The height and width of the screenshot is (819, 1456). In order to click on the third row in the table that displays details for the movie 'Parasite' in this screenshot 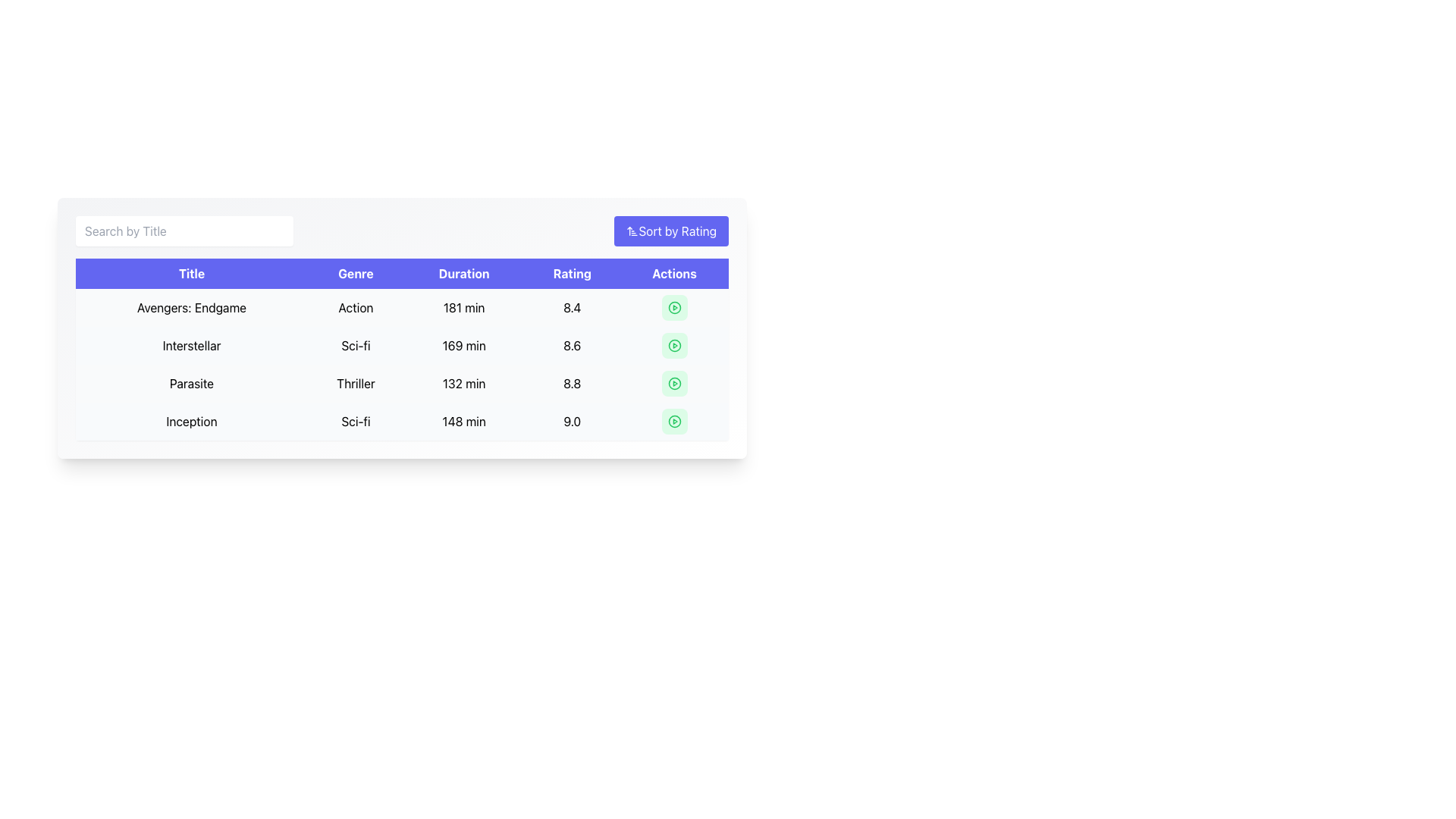, I will do `click(402, 382)`.